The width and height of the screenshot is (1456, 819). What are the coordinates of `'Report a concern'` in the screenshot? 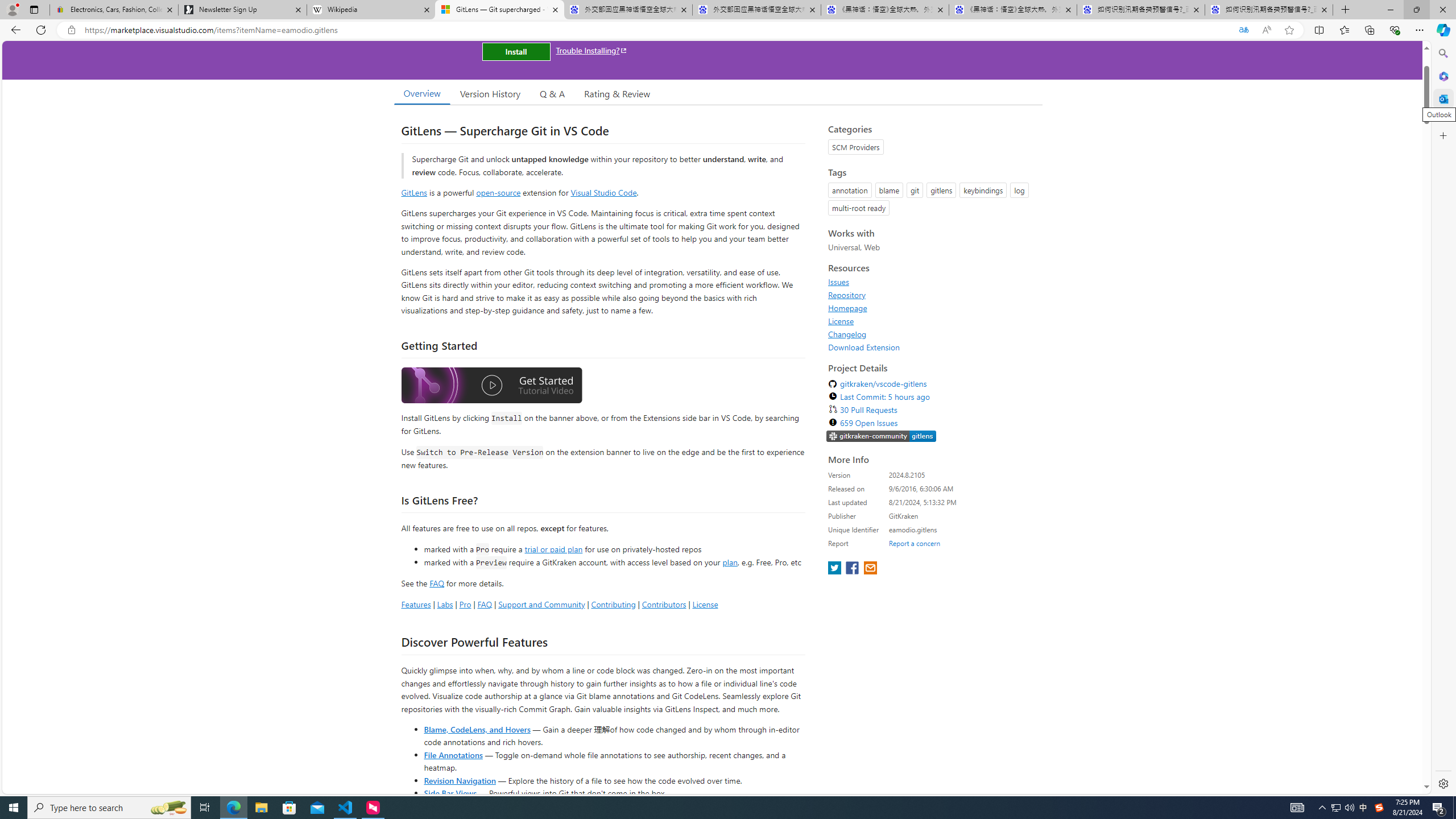 It's located at (913, 543).